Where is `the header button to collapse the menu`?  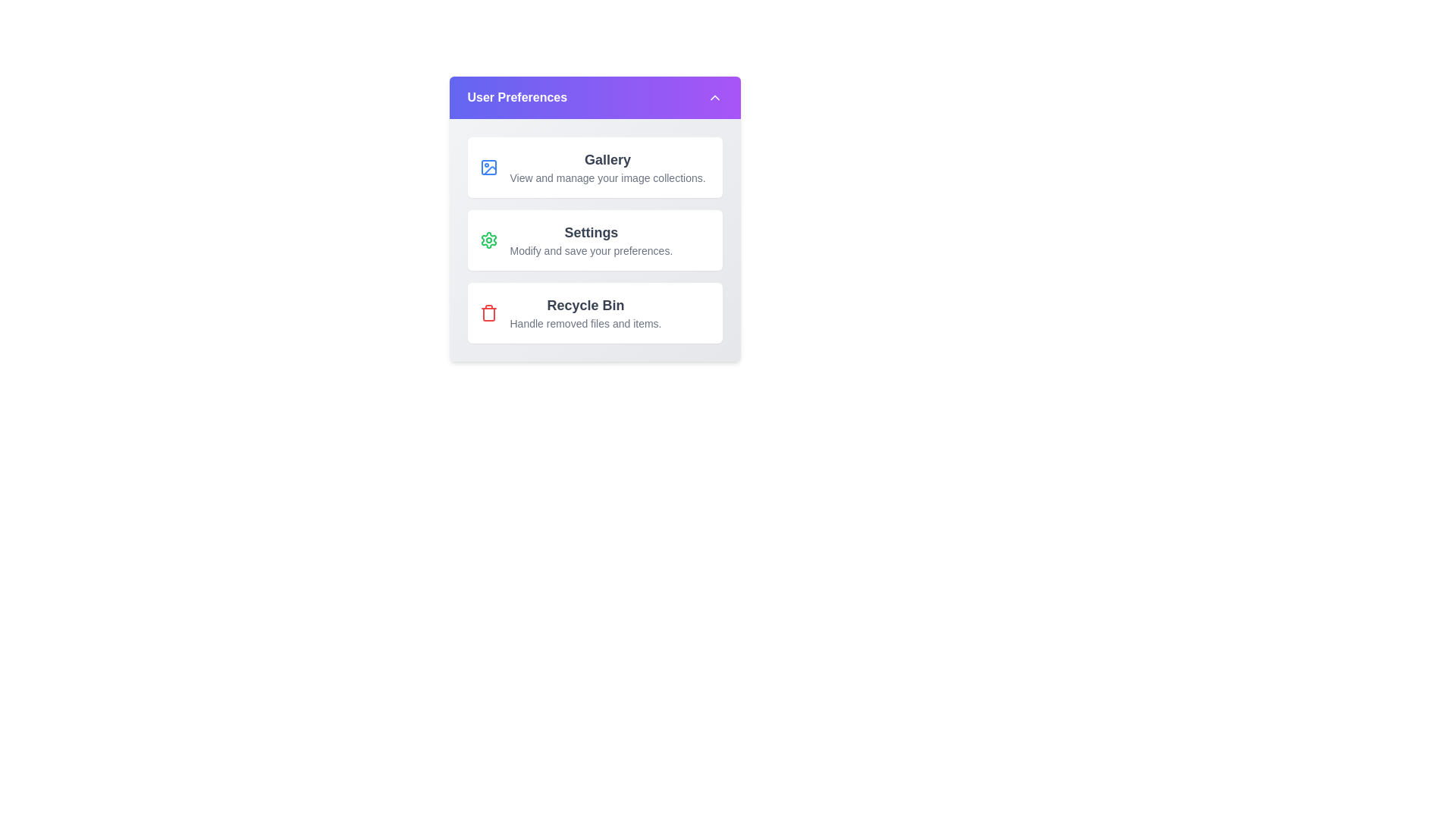
the header button to collapse the menu is located at coordinates (594, 97).